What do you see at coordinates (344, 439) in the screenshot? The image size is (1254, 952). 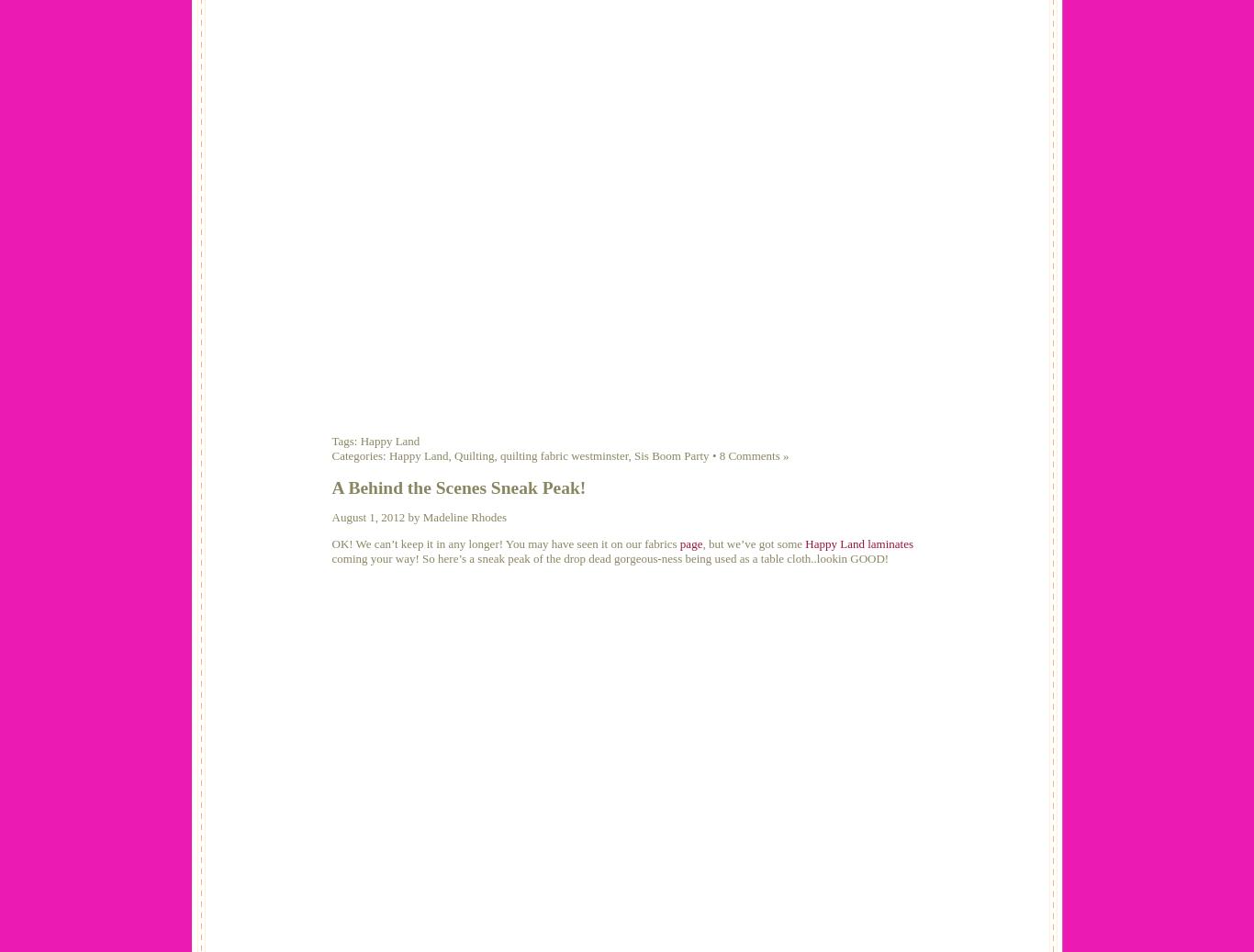 I see `'Tags:'` at bounding box center [344, 439].